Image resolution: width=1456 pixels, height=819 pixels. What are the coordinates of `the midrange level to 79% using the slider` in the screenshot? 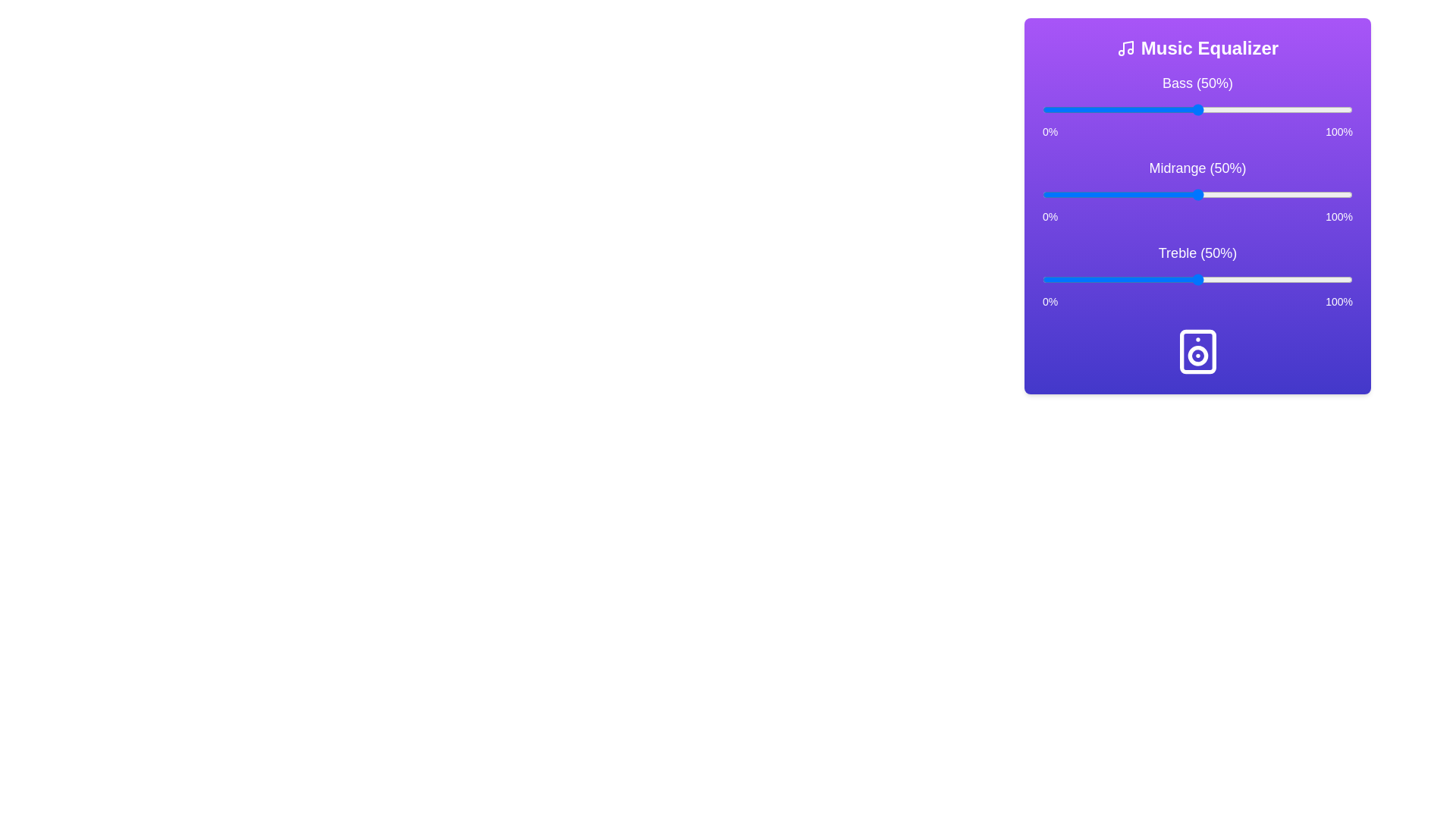 It's located at (1287, 194).